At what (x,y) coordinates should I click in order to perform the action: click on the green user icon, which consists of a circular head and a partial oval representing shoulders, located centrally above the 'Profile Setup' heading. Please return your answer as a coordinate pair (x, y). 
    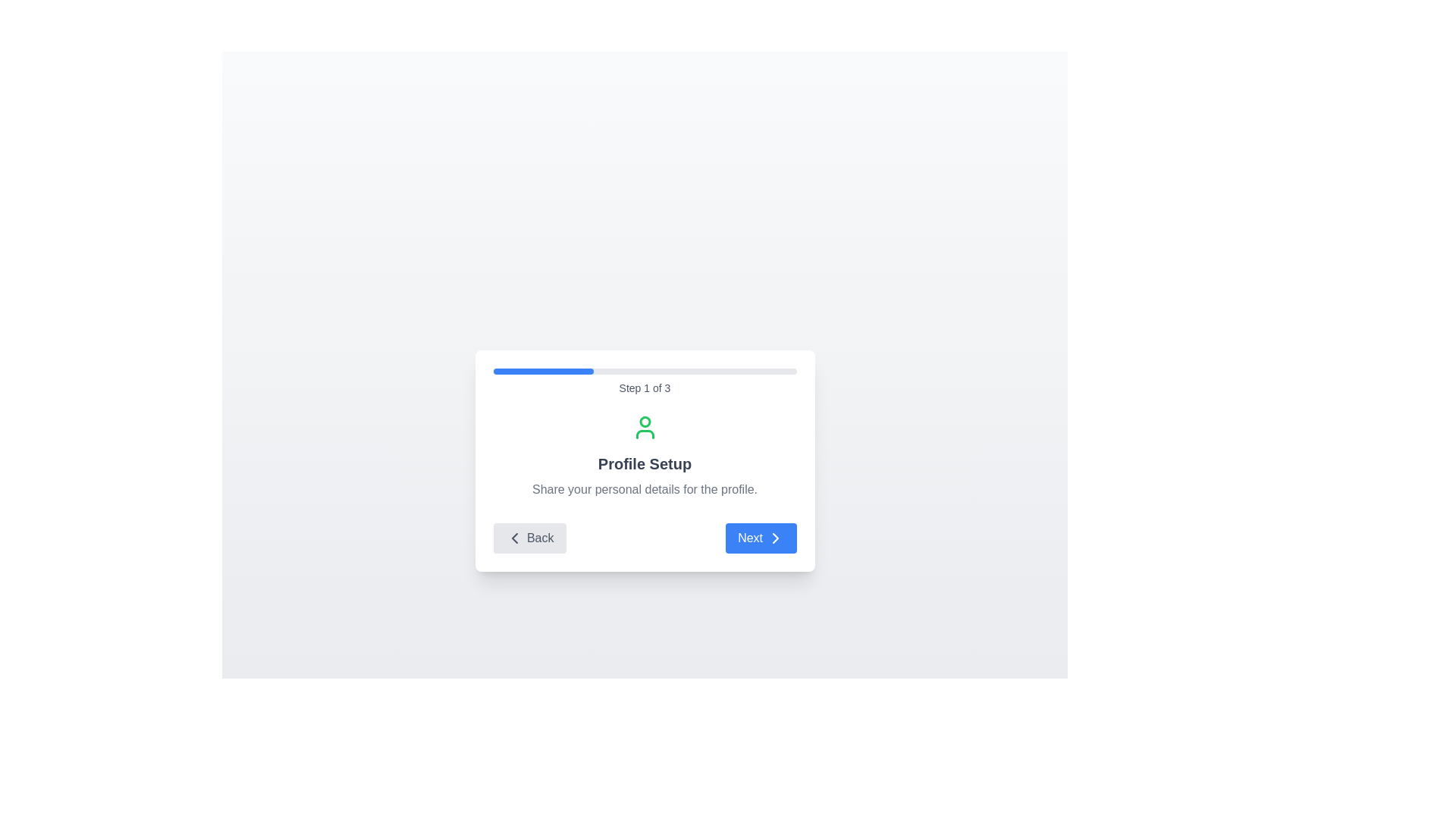
    Looking at the image, I should click on (645, 427).